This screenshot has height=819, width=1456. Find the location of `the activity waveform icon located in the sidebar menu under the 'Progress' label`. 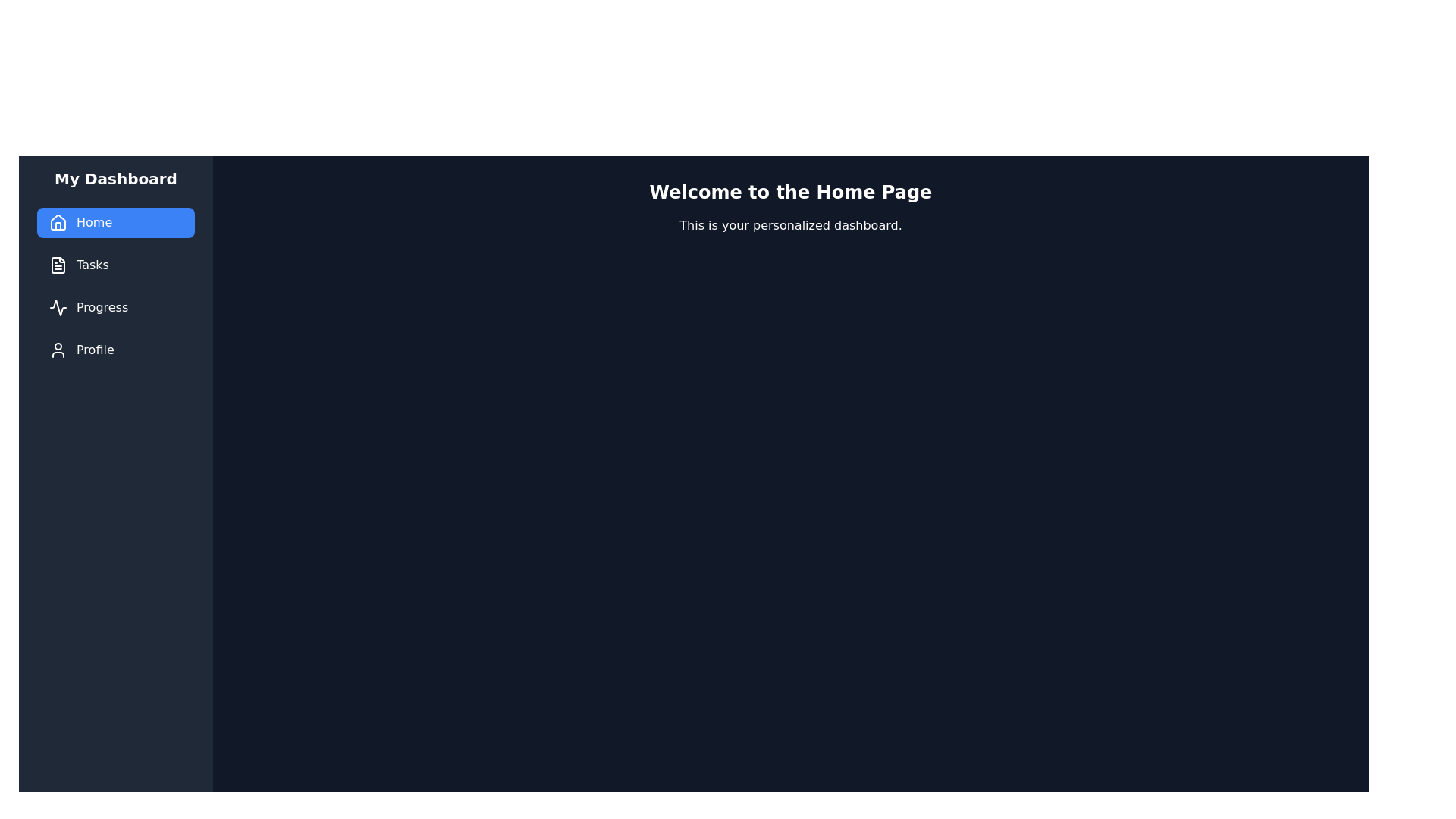

the activity waveform icon located in the sidebar menu under the 'Progress' label is located at coordinates (58, 307).